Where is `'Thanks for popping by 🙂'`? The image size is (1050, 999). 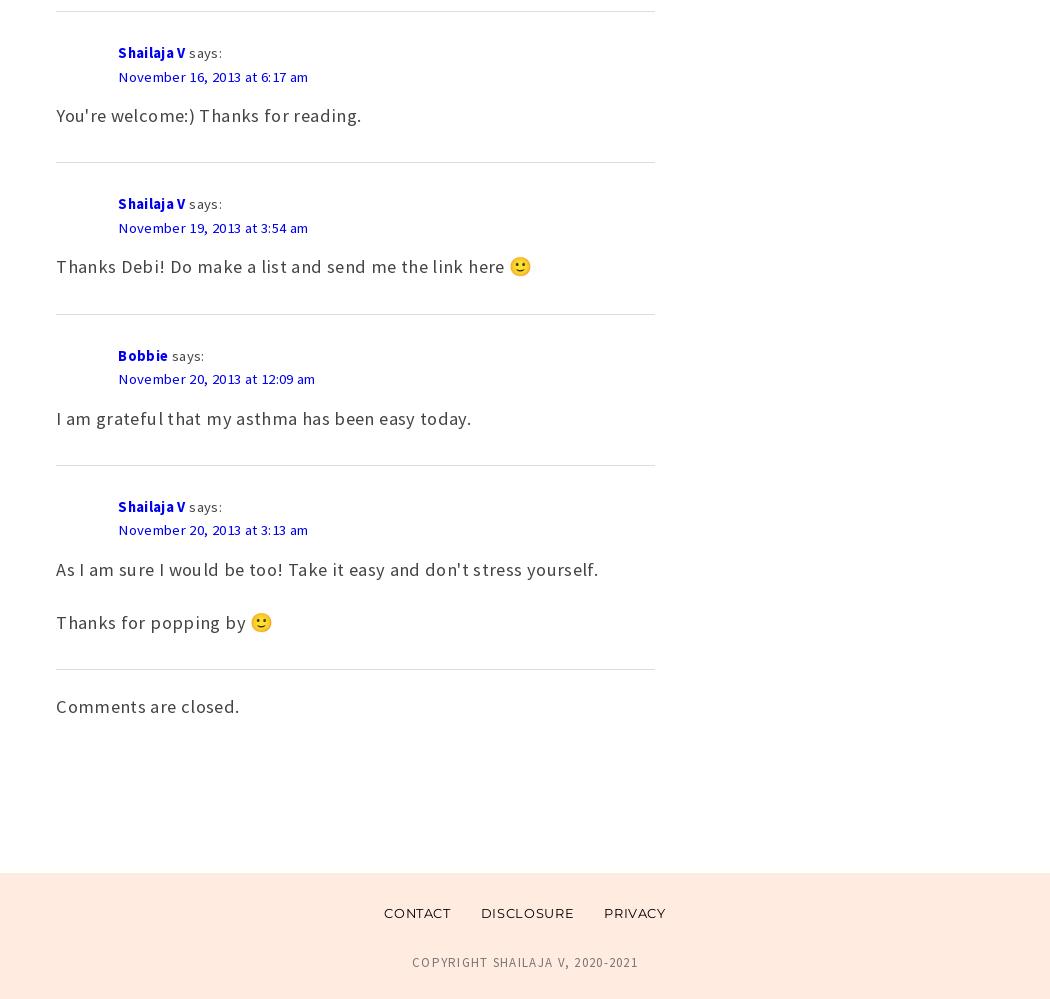
'Thanks for popping by 🙂' is located at coordinates (164, 621).